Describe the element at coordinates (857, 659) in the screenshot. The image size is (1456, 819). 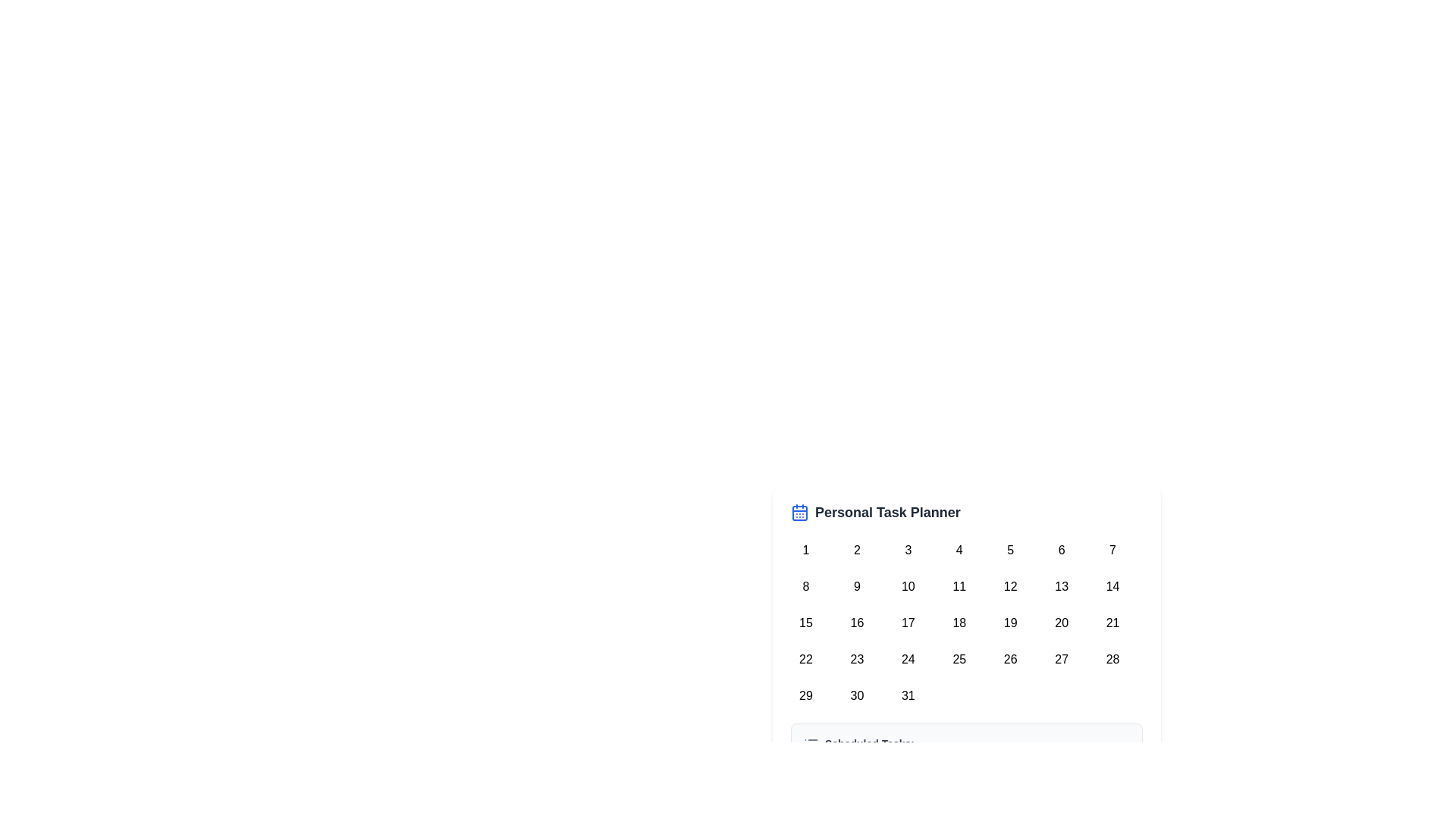
I see `the circular button displaying the number '23' in the calendar interface titled 'Personal Task Planner'` at that location.